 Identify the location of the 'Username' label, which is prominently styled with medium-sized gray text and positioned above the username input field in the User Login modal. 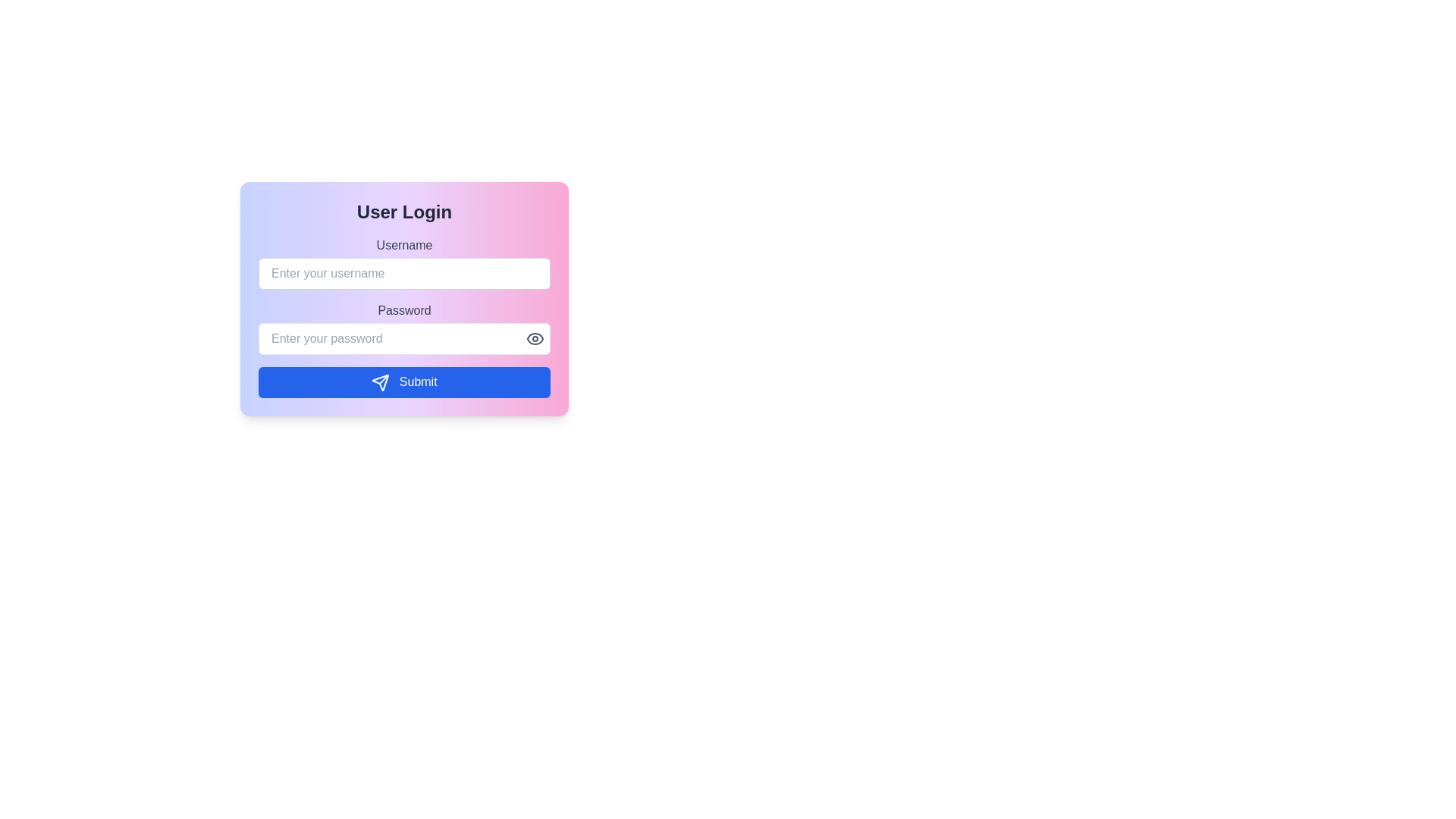
(404, 245).